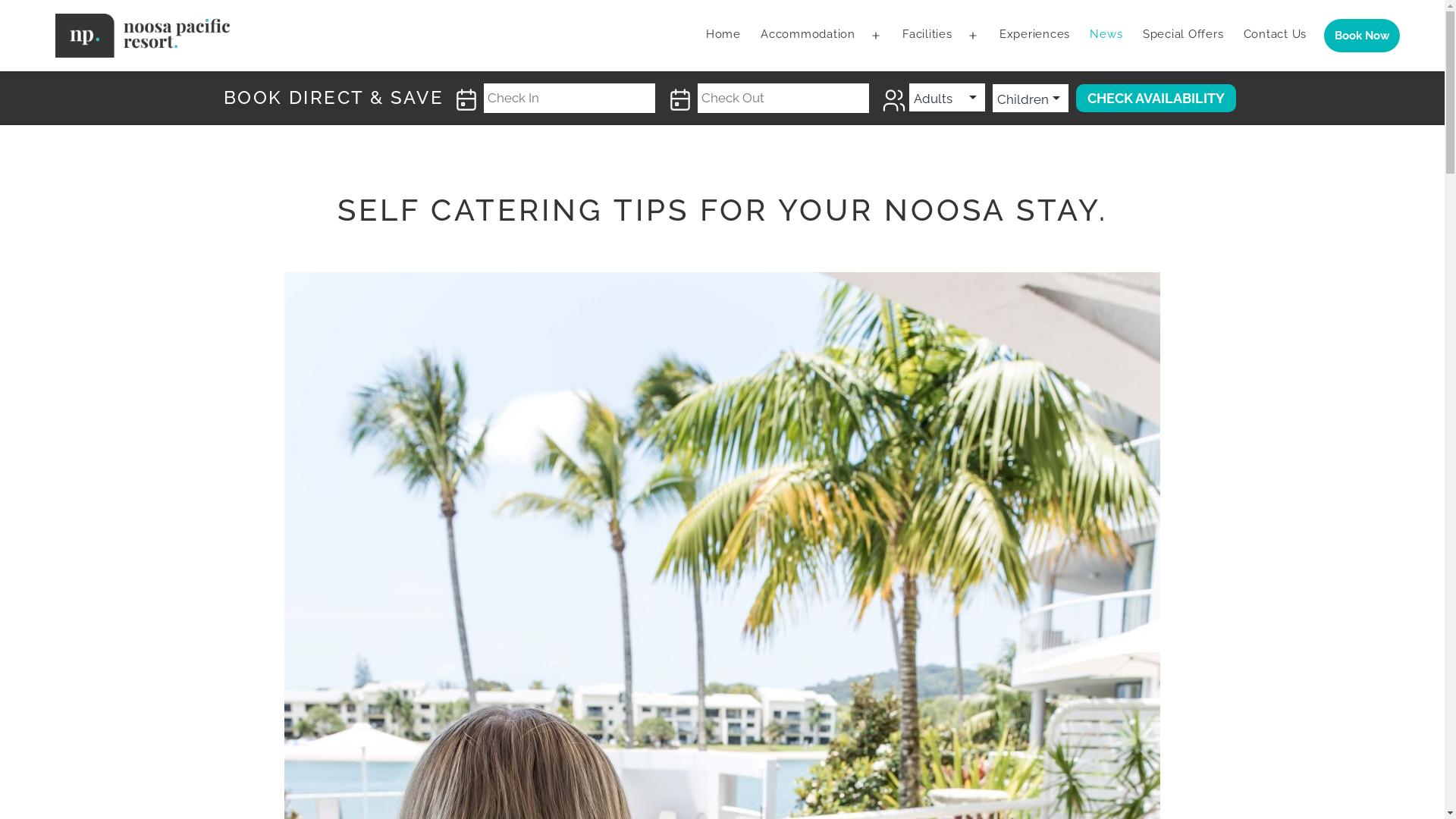 Image resolution: width=1456 pixels, height=819 pixels. What do you see at coordinates (876, 35) in the screenshot?
I see `'Open menu'` at bounding box center [876, 35].